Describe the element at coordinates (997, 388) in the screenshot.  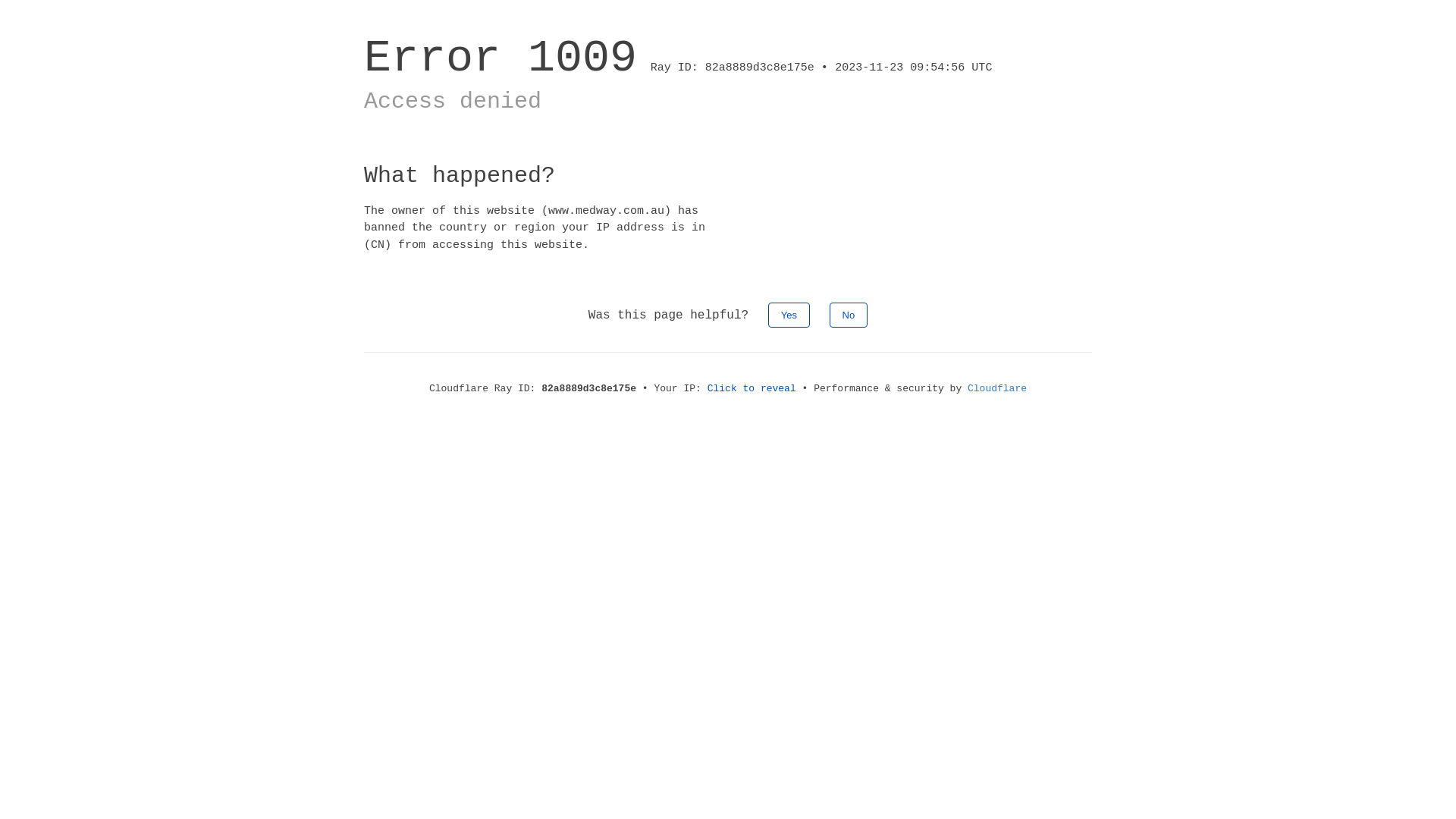
I see `'Cloudflare'` at that location.